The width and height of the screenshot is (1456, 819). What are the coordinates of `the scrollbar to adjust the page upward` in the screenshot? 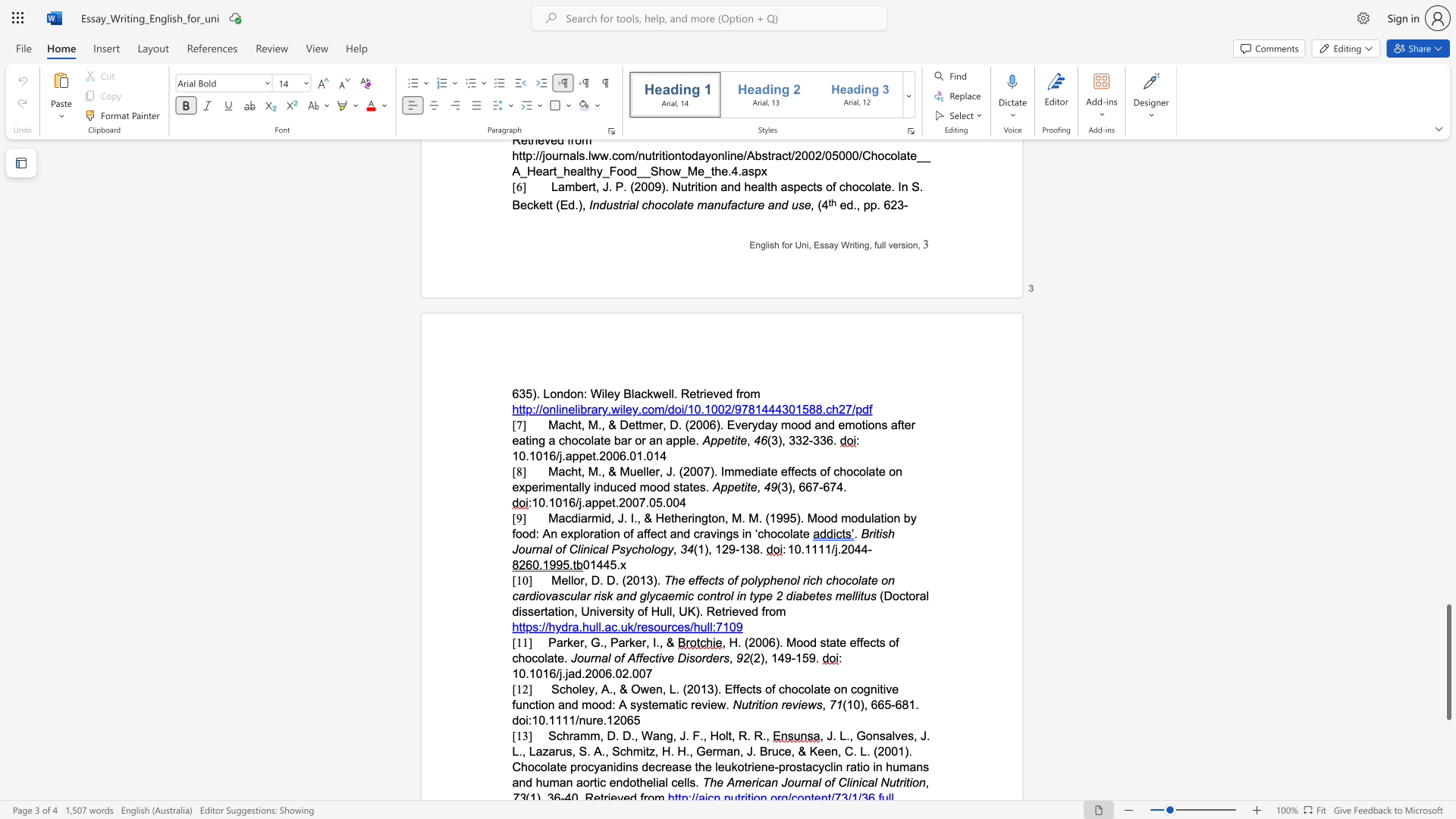 It's located at (1448, 271).